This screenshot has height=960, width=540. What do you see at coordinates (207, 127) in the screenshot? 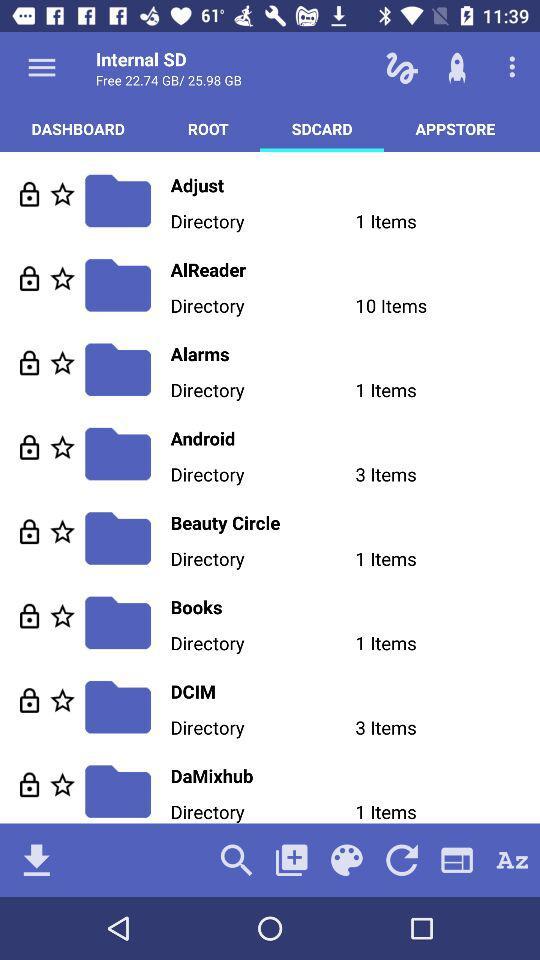
I see `icon next to dashboard icon` at bounding box center [207, 127].